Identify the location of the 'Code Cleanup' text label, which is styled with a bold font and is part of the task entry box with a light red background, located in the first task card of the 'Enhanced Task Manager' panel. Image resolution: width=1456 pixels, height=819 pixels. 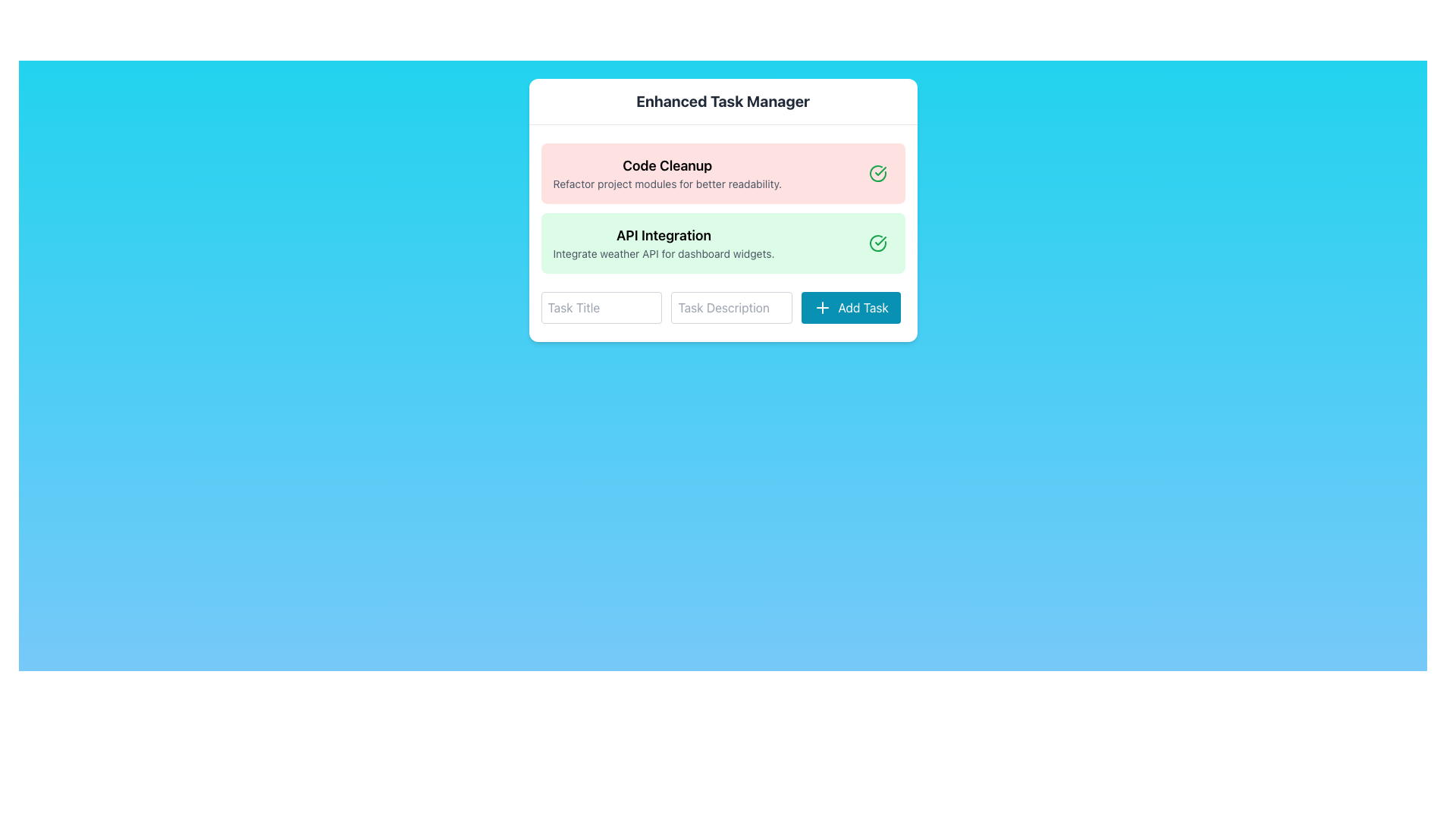
(667, 166).